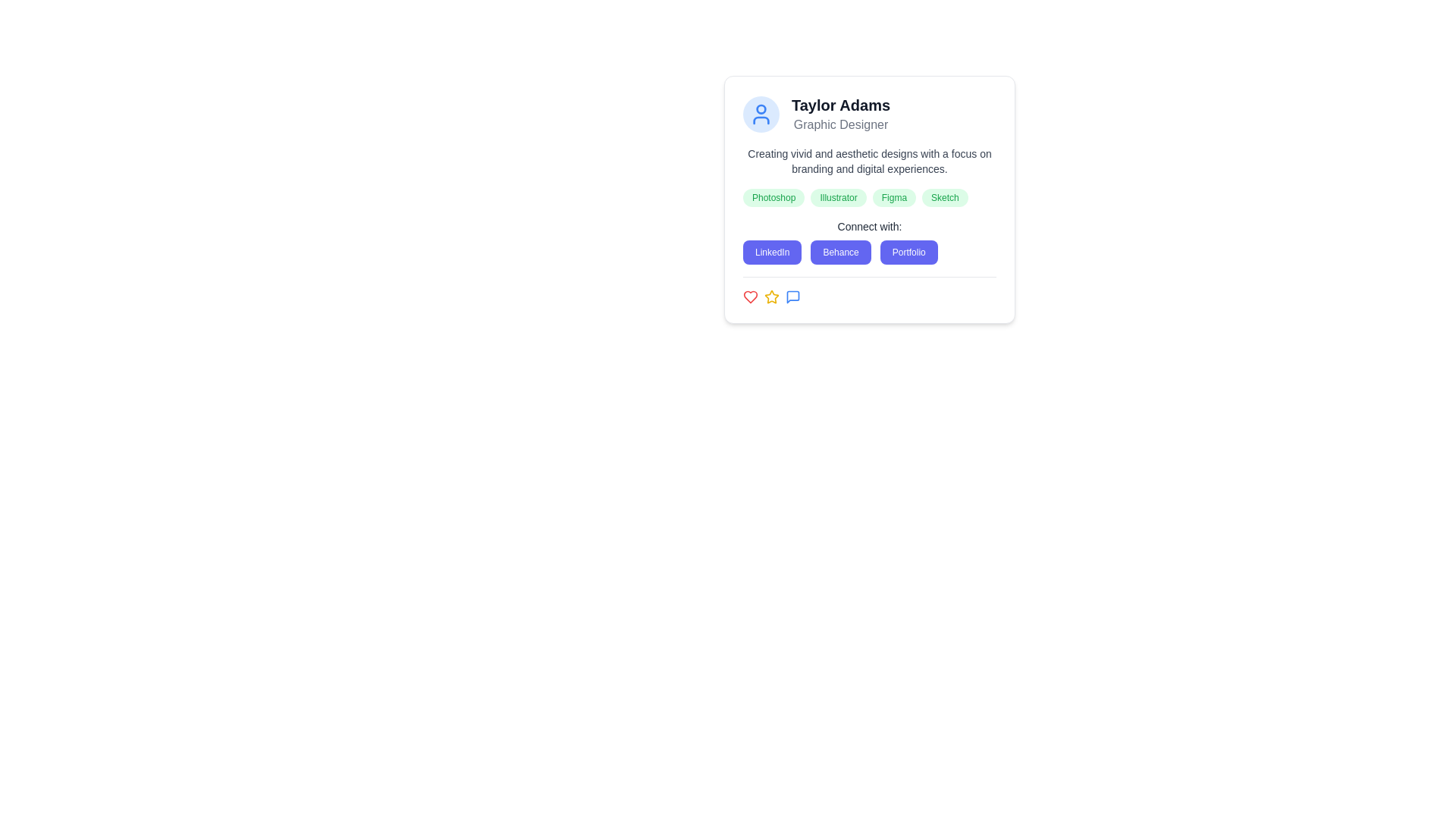 The image size is (1456, 819). Describe the element at coordinates (772, 251) in the screenshot. I see `the LinkedIn button, which is the first button in a row of three buttons, to observe the hover effect` at that location.